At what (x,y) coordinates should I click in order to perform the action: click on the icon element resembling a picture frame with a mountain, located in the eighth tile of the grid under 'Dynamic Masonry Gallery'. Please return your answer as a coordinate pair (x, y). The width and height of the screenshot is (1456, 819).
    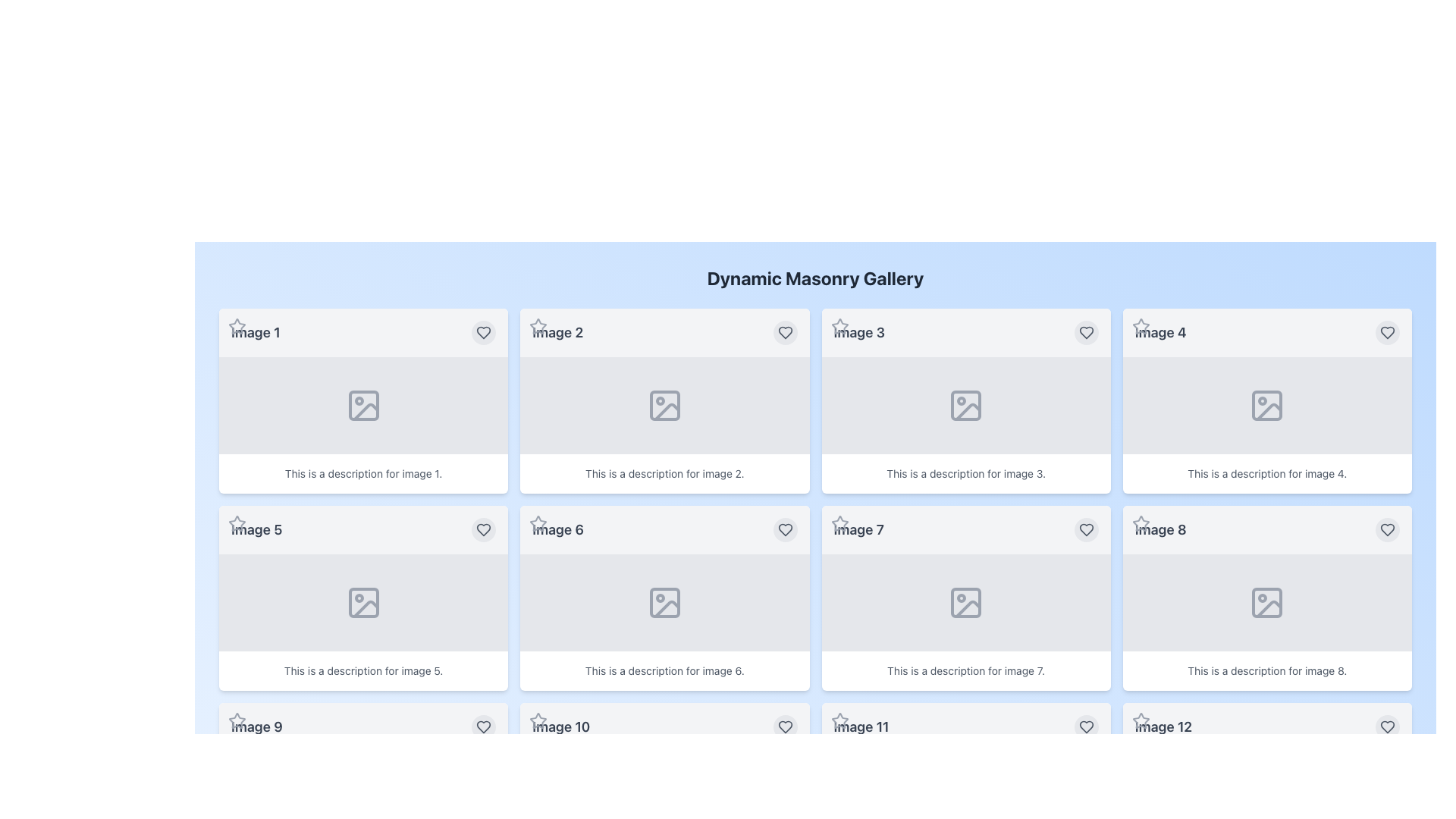
    Looking at the image, I should click on (1267, 601).